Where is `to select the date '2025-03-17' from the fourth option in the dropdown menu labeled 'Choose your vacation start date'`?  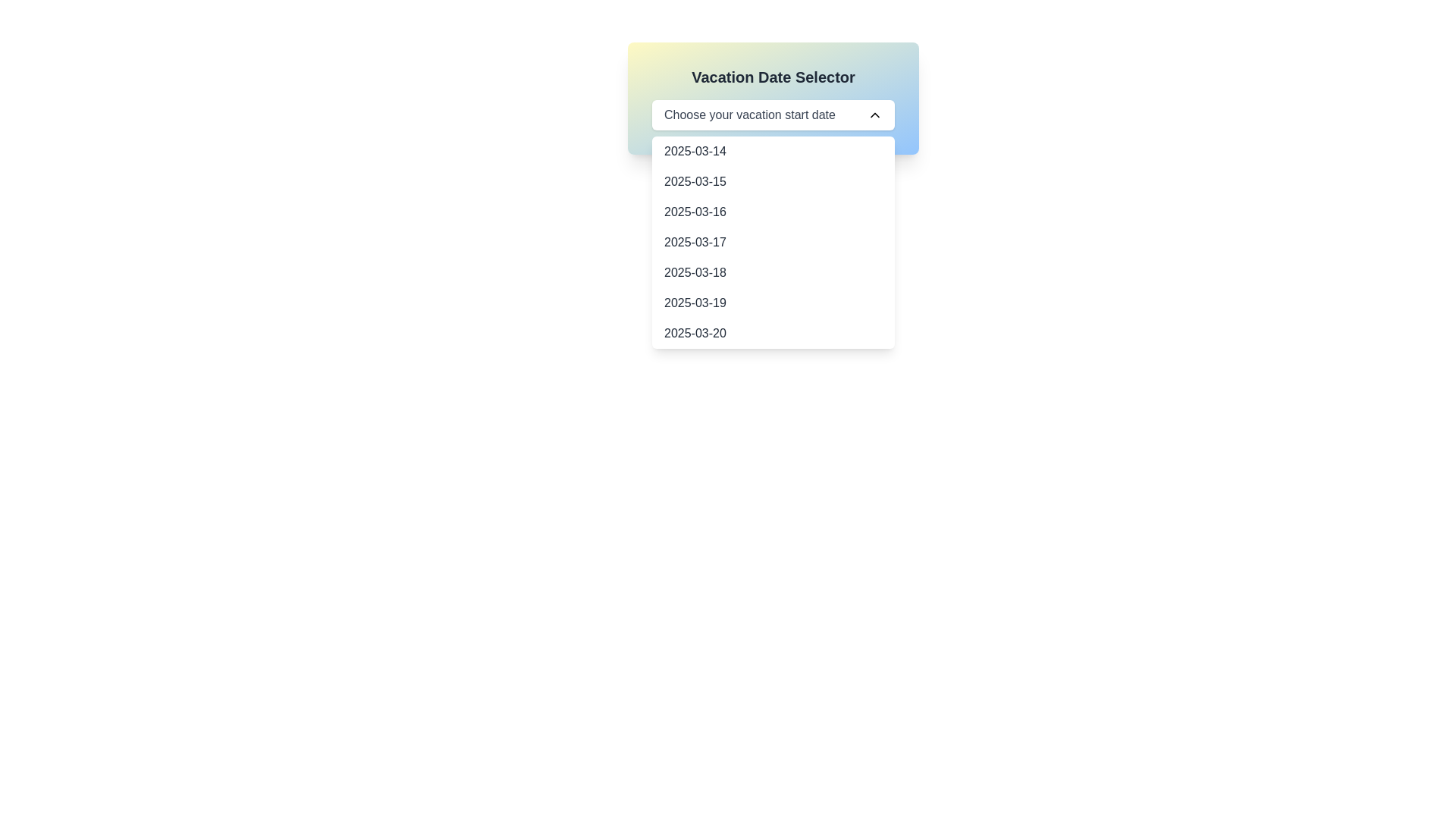
to select the date '2025-03-17' from the fourth option in the dropdown menu labeled 'Choose your vacation start date' is located at coordinates (694, 242).